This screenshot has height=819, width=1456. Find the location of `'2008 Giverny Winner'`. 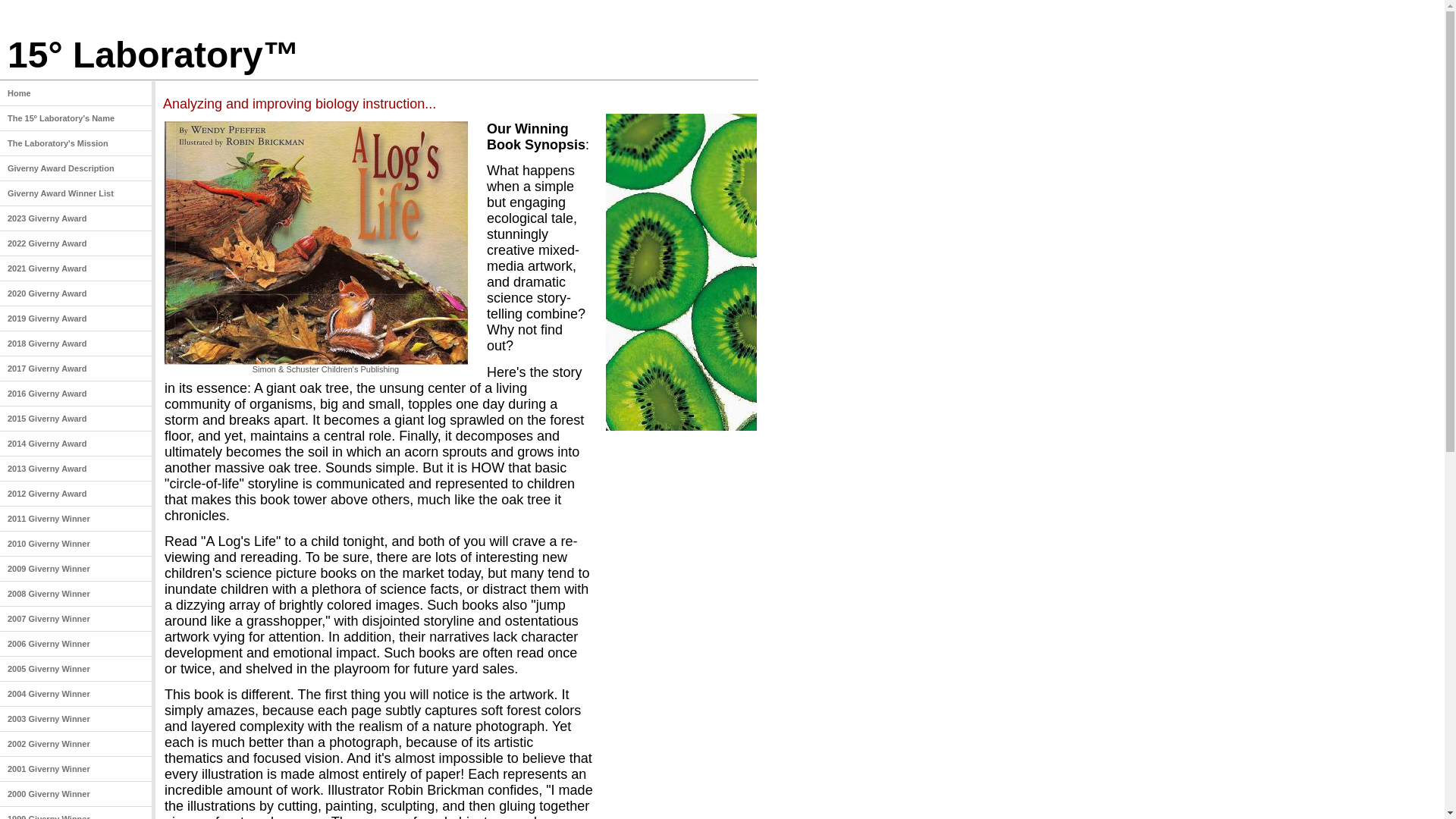

'2008 Giverny Winner' is located at coordinates (75, 593).